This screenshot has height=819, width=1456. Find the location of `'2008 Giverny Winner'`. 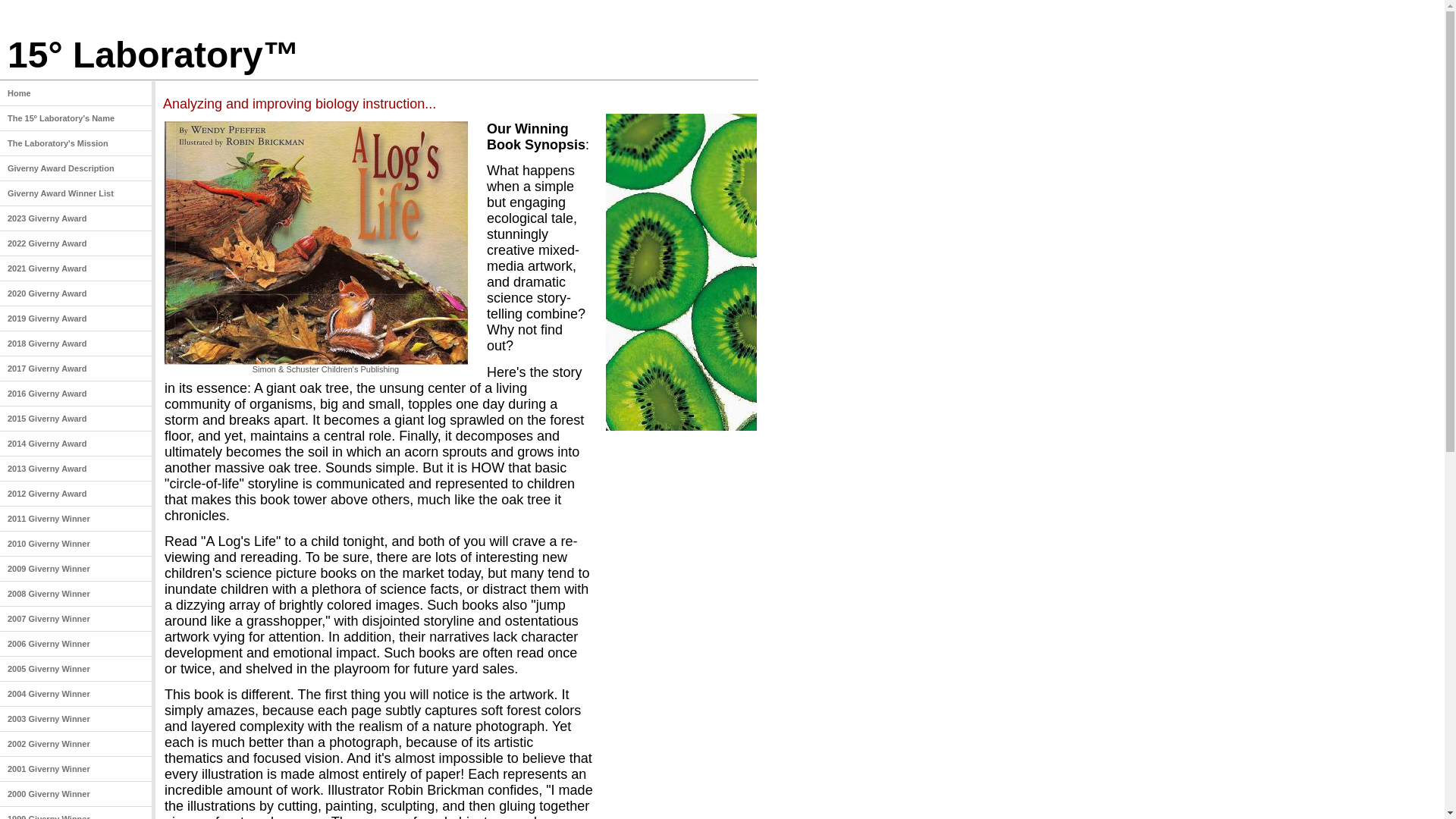

'2008 Giverny Winner' is located at coordinates (75, 593).